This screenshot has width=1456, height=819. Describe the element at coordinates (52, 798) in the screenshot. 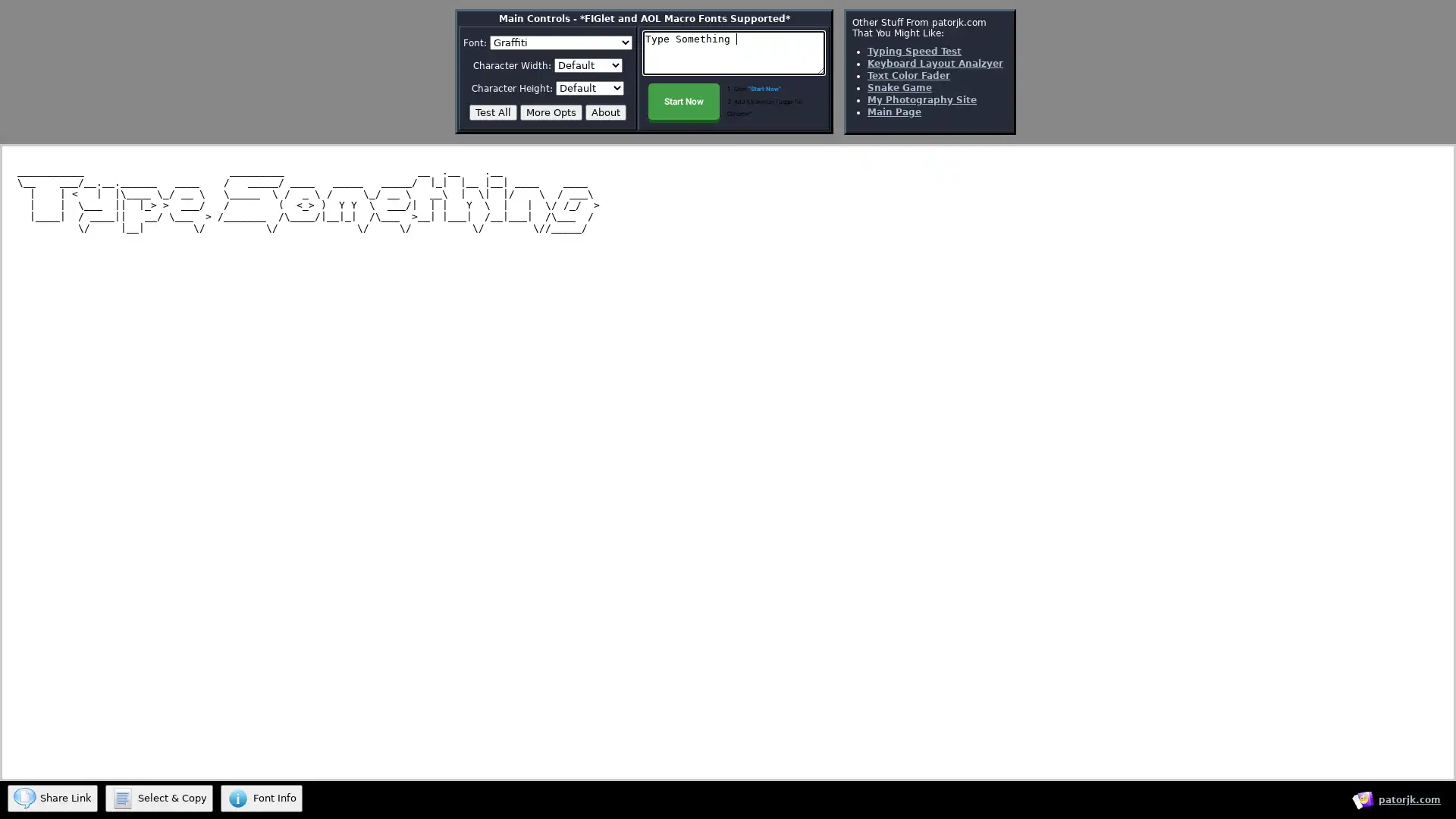

I see `Share Link` at that location.